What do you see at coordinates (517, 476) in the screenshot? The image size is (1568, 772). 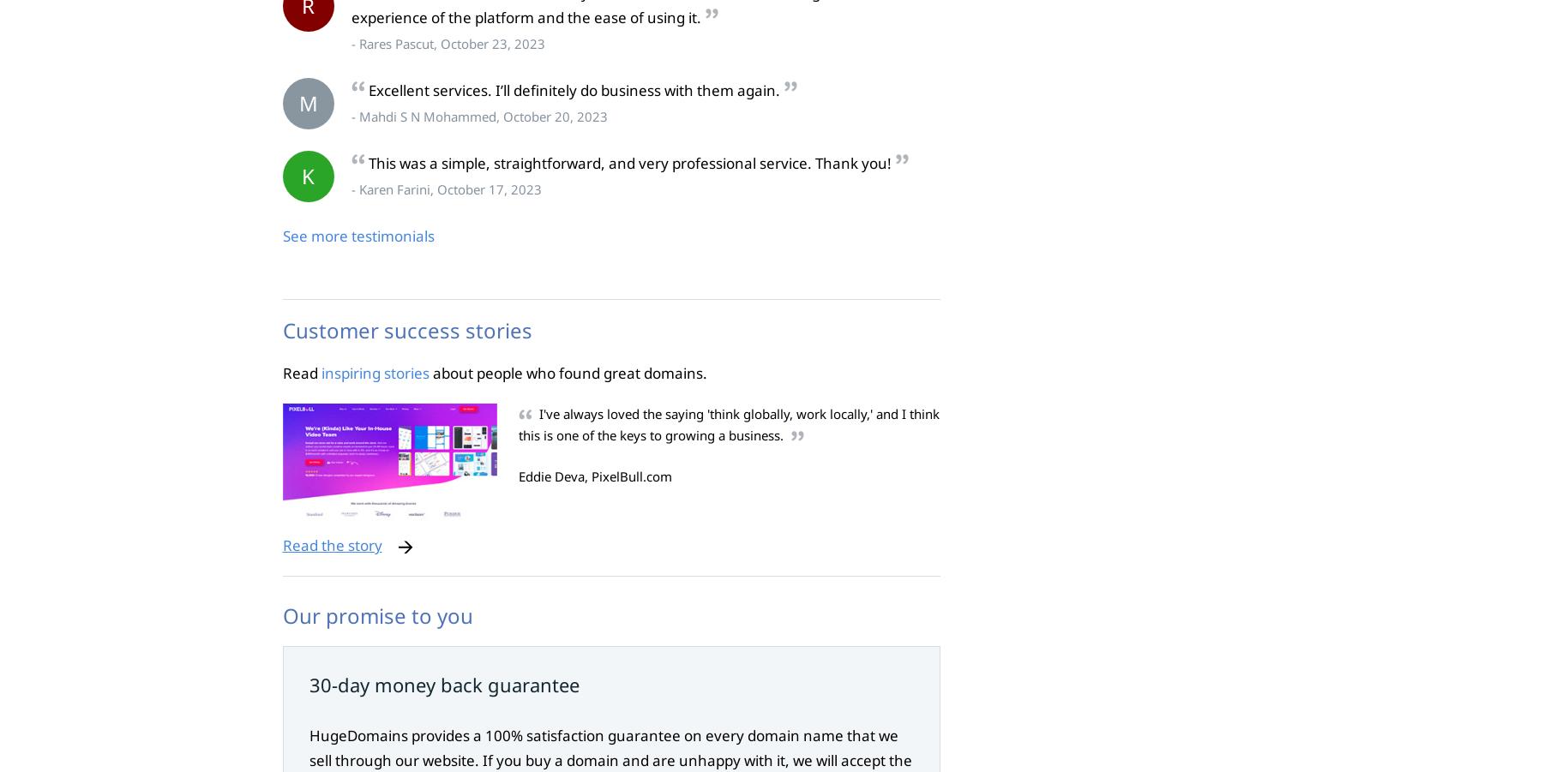 I see `'Eddie Deva, PixelBull.com'` at bounding box center [517, 476].